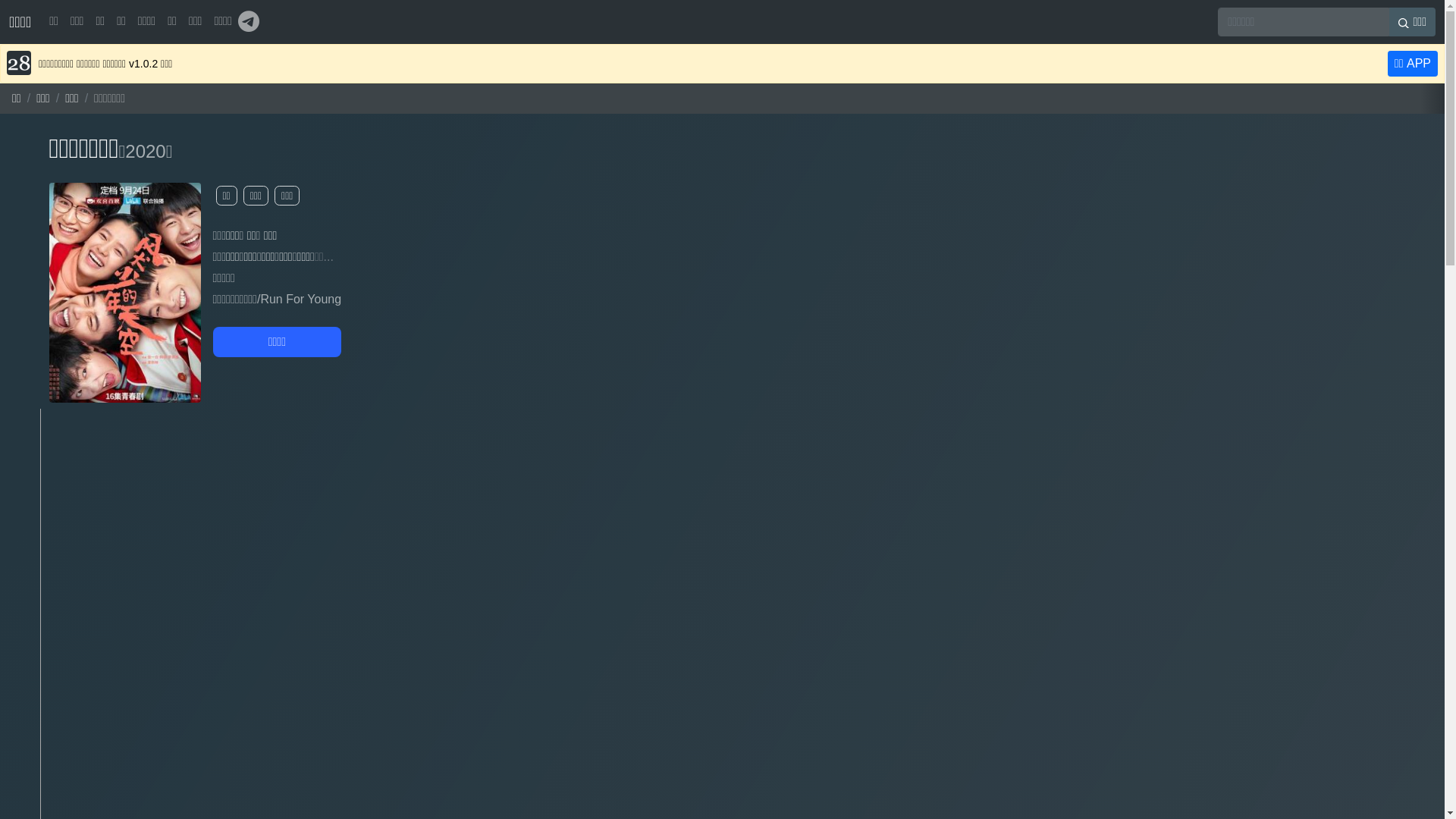  Describe the element at coordinates (145, 151) in the screenshot. I see `'2020'` at that location.